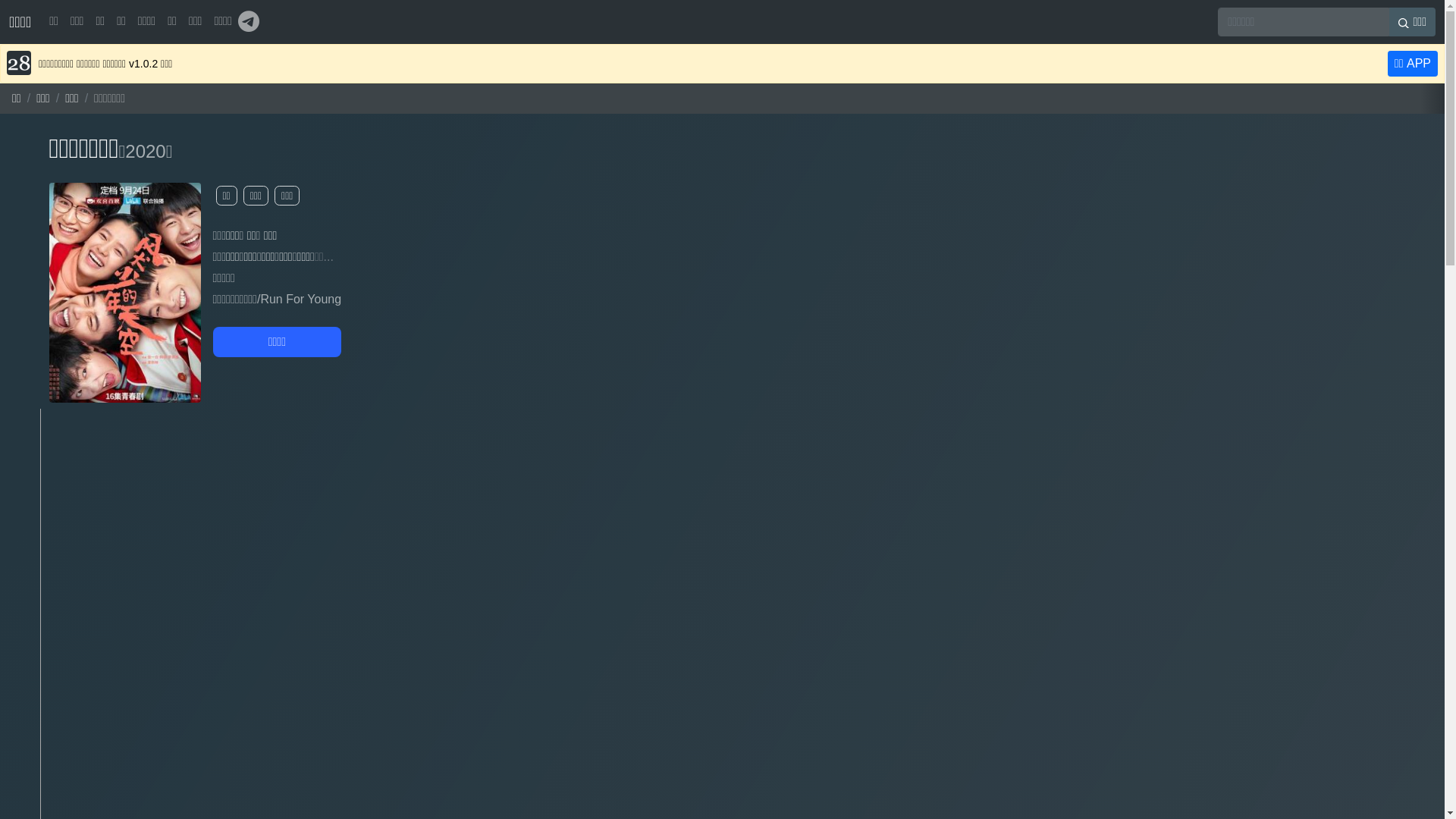  Describe the element at coordinates (145, 151) in the screenshot. I see `'2020'` at that location.